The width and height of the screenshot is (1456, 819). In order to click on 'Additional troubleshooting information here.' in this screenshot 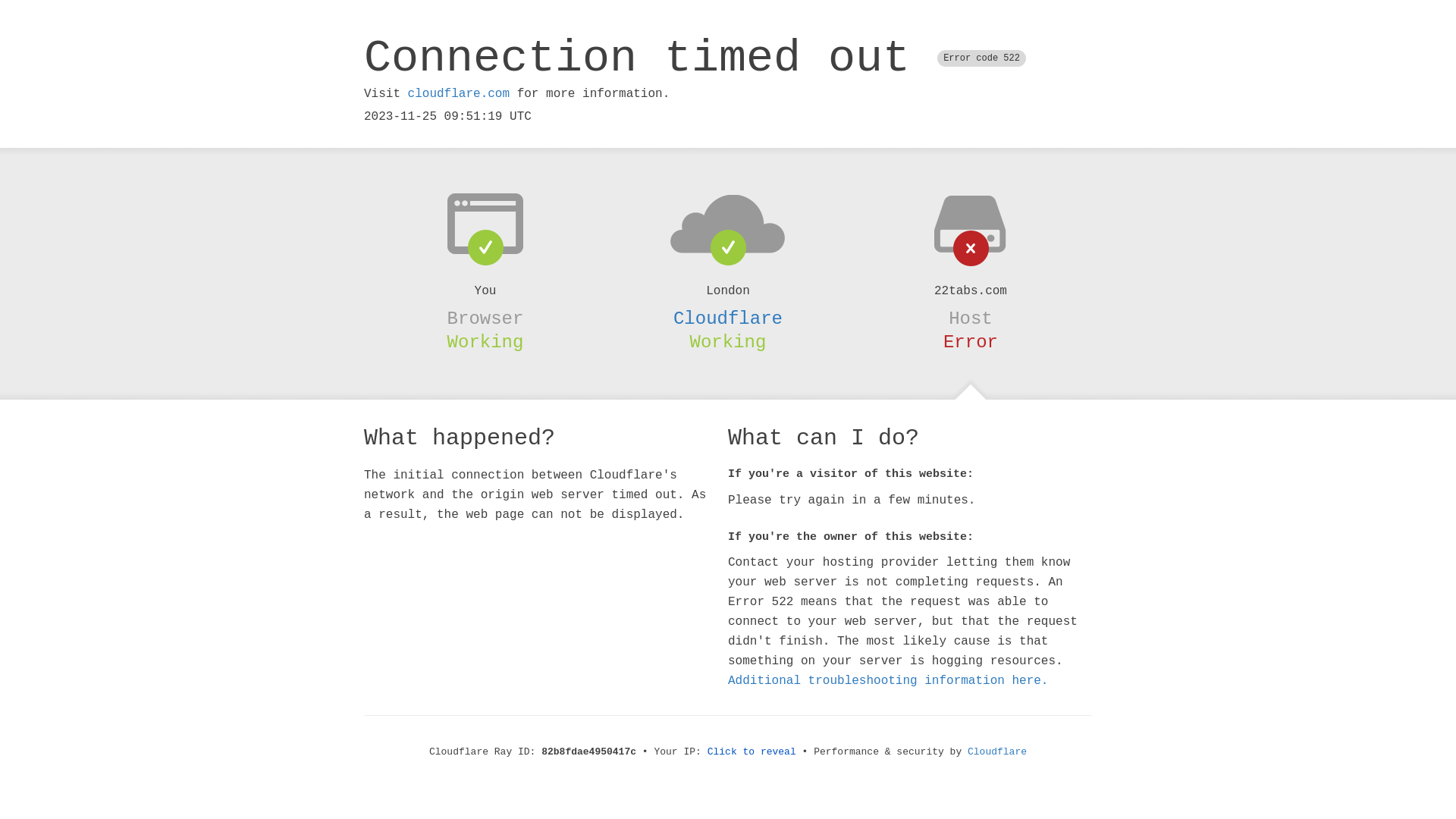, I will do `click(888, 680)`.